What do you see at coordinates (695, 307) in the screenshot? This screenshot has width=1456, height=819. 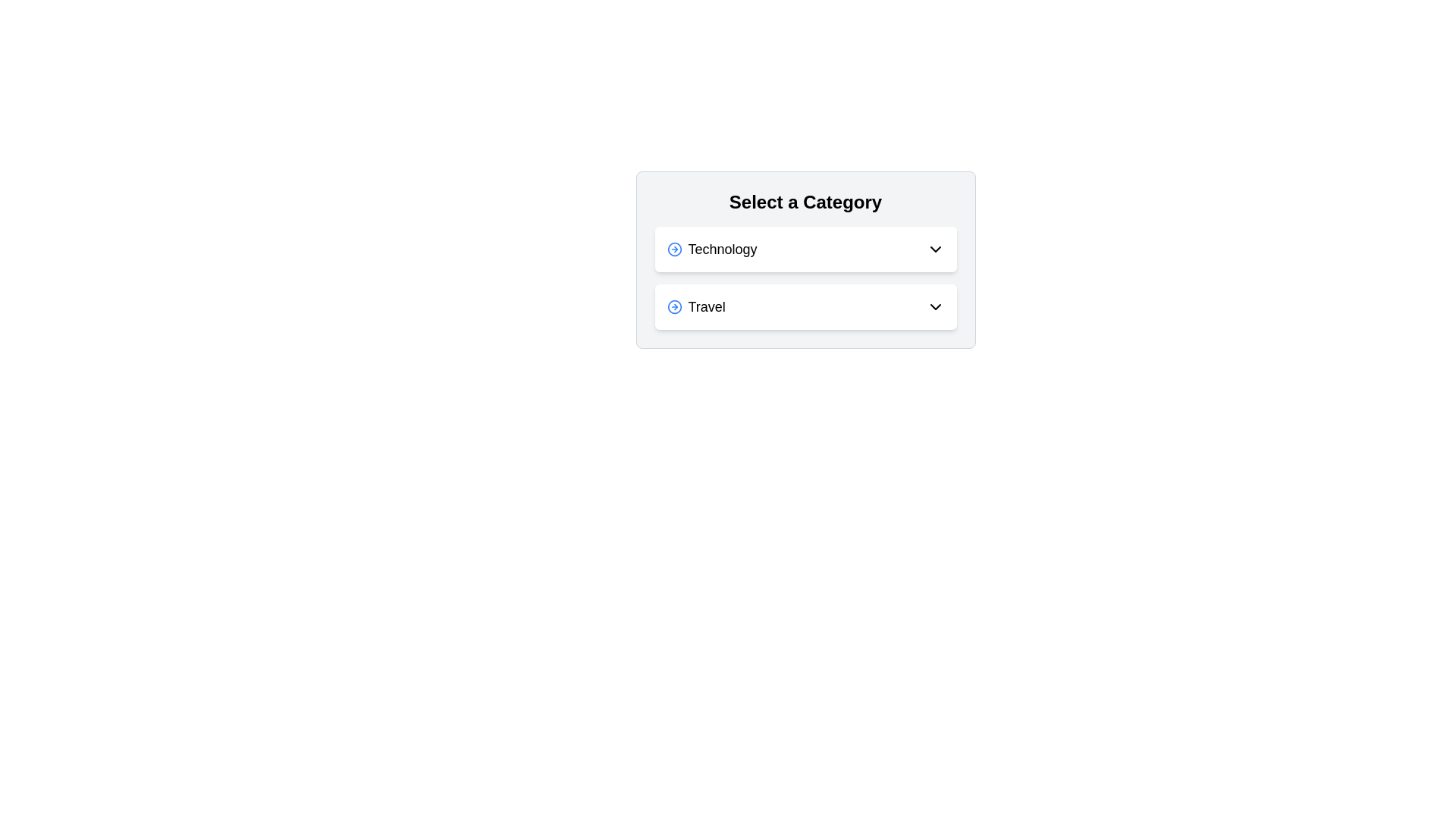 I see `the list item displaying the category label 'Travel'` at bounding box center [695, 307].